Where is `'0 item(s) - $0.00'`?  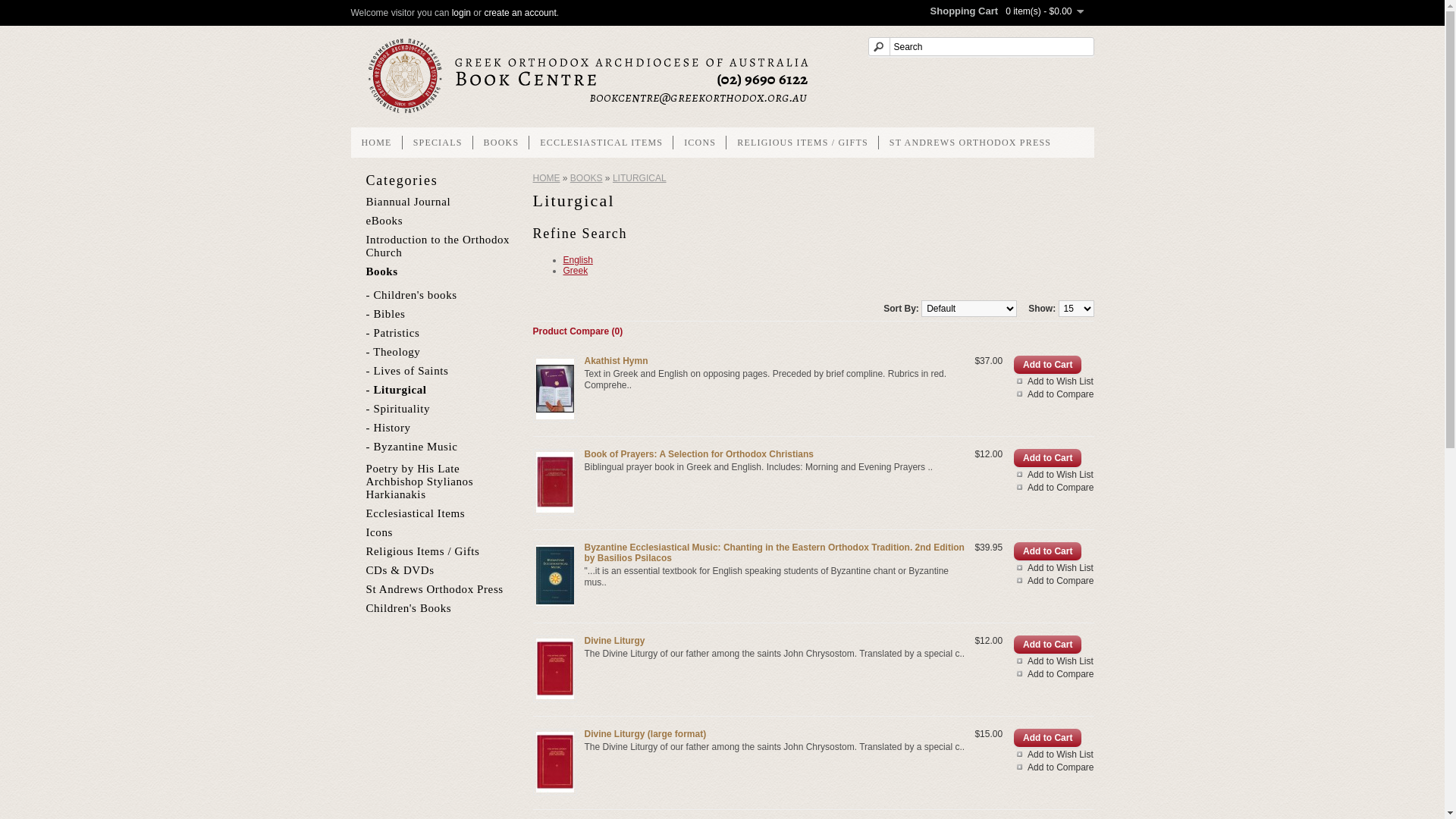 '0 item(s) - $0.00' is located at coordinates (1043, 11).